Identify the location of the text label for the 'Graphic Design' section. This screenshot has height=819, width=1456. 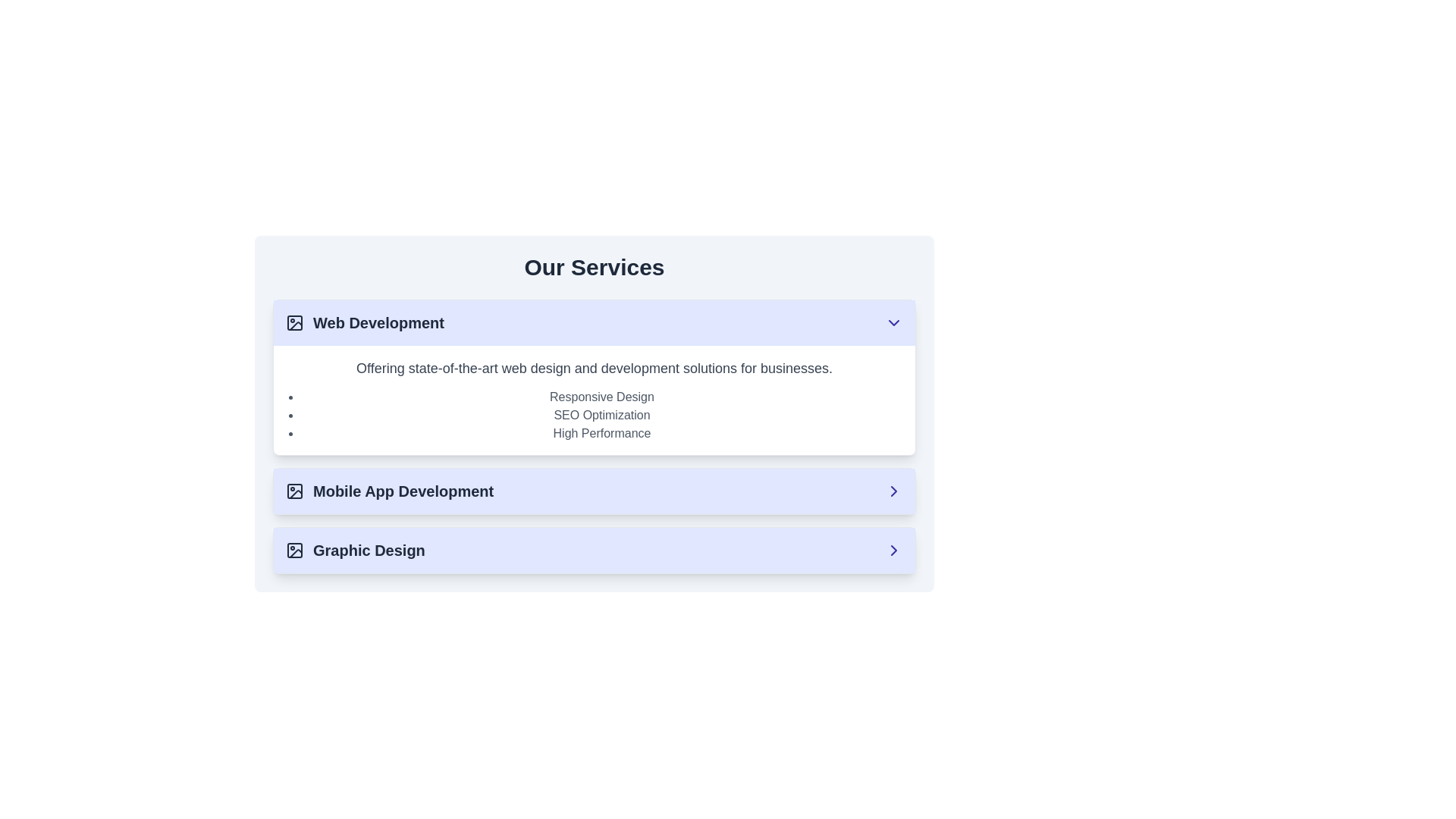
(354, 550).